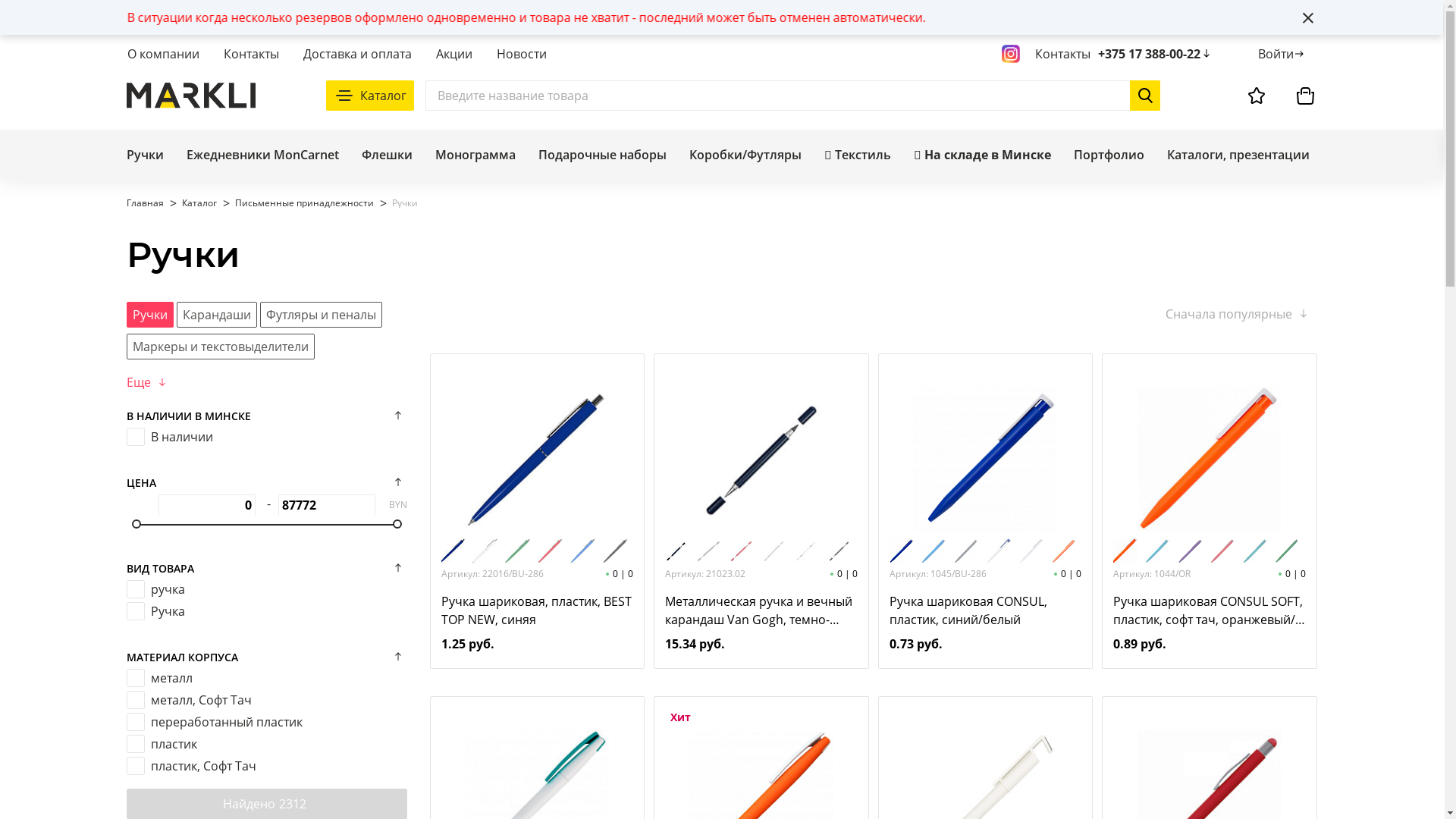 The width and height of the screenshot is (1456, 819). I want to click on '+375 17 388-00-22', so click(1154, 52).